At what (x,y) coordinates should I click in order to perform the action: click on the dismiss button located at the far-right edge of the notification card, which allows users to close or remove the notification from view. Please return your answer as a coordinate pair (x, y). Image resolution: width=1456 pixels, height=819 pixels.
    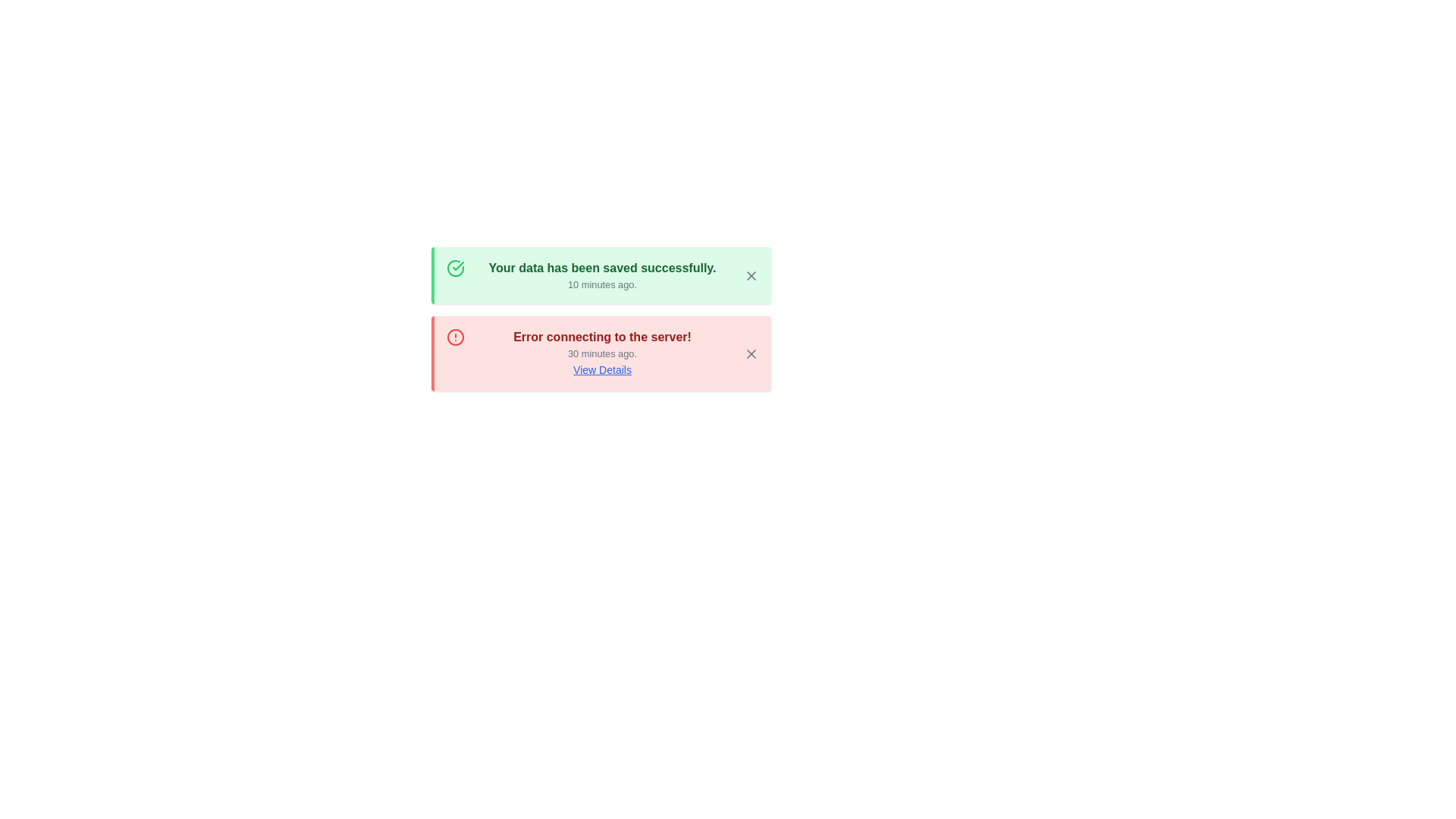
    Looking at the image, I should click on (751, 353).